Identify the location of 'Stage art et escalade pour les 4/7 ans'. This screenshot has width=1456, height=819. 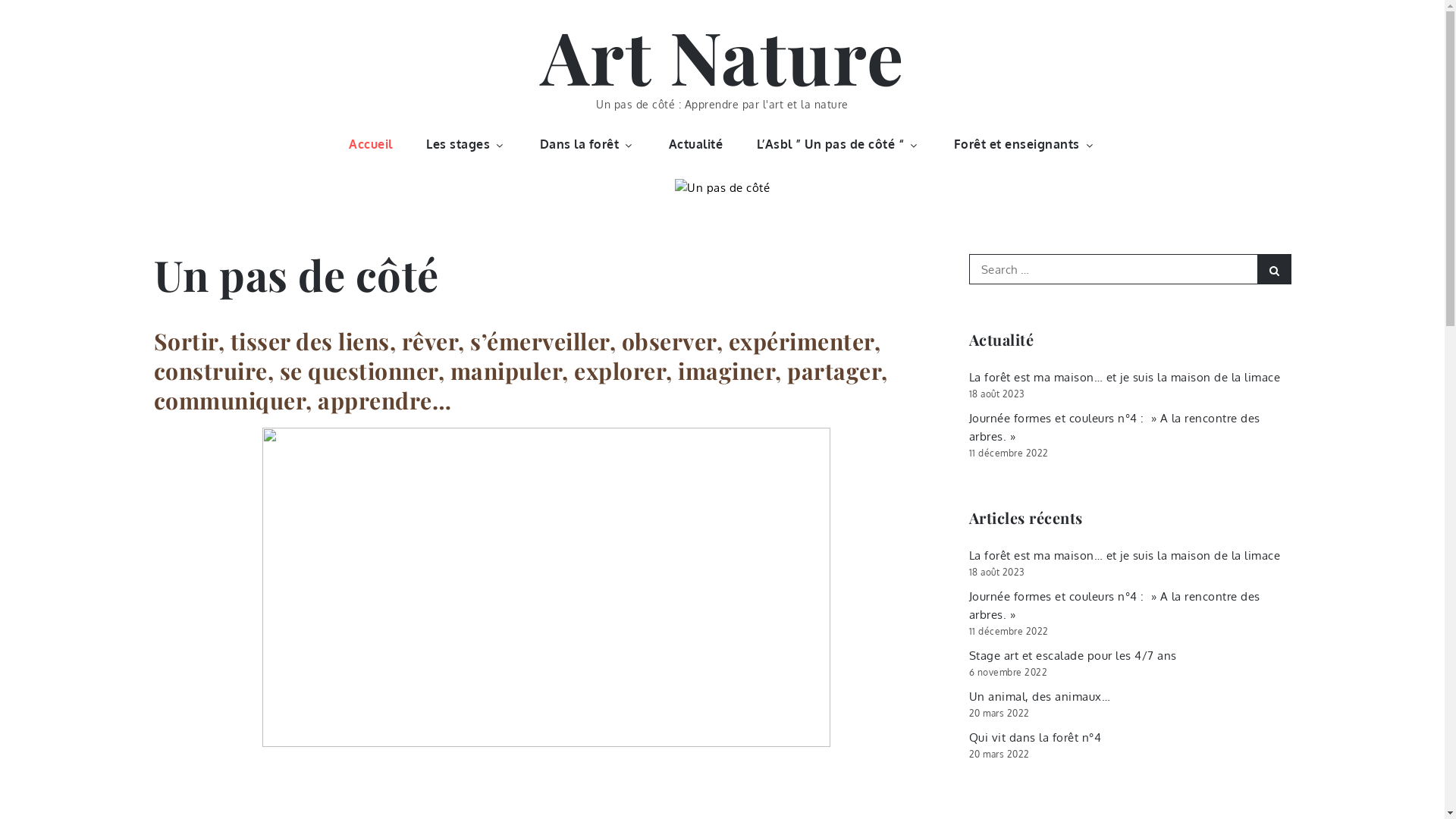
(1072, 654).